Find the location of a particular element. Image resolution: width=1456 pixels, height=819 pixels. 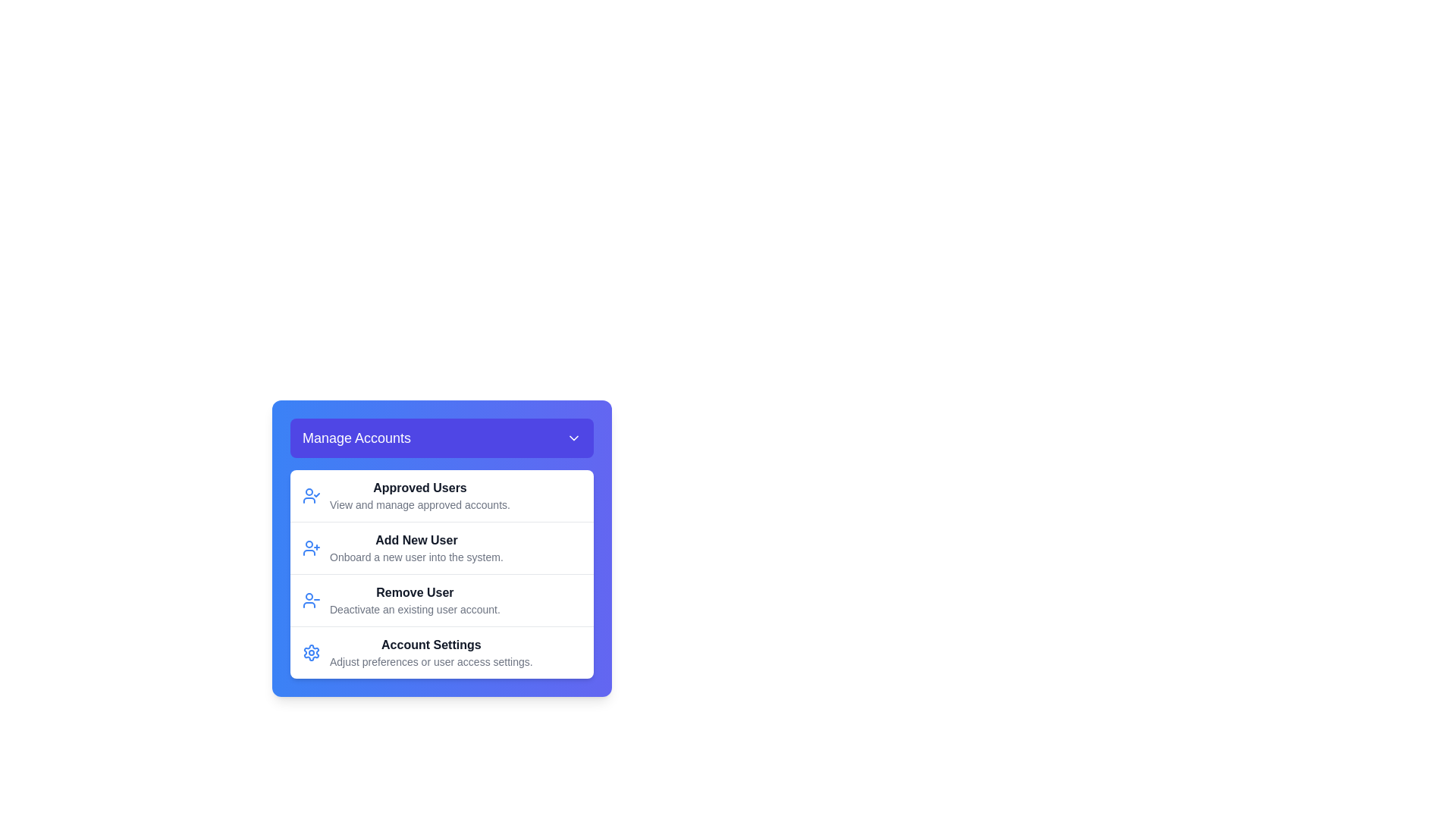

the static text label that serves as a contextual information label for removing a user from the system, located in the middle-right region of the 'Manage Accounts' panel as the third item in the vertical list is located at coordinates (415, 592).